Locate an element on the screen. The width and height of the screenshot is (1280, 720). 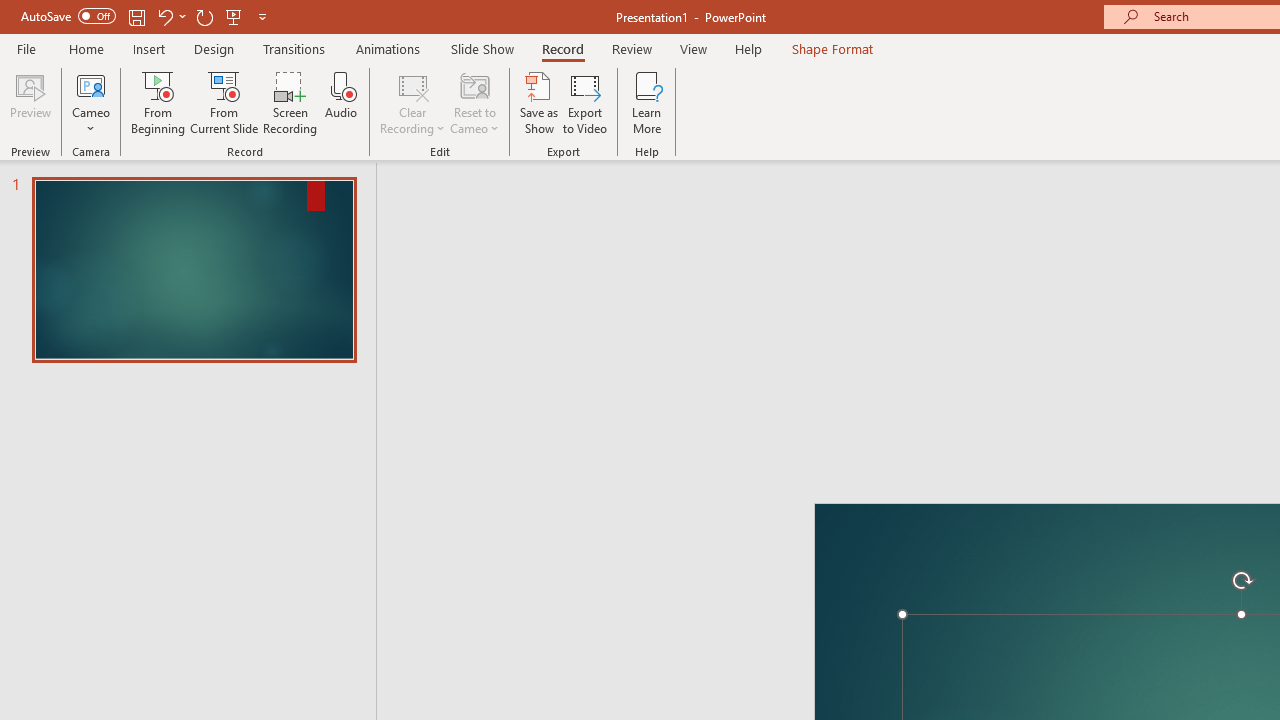
'Insert' is located at coordinates (148, 48).